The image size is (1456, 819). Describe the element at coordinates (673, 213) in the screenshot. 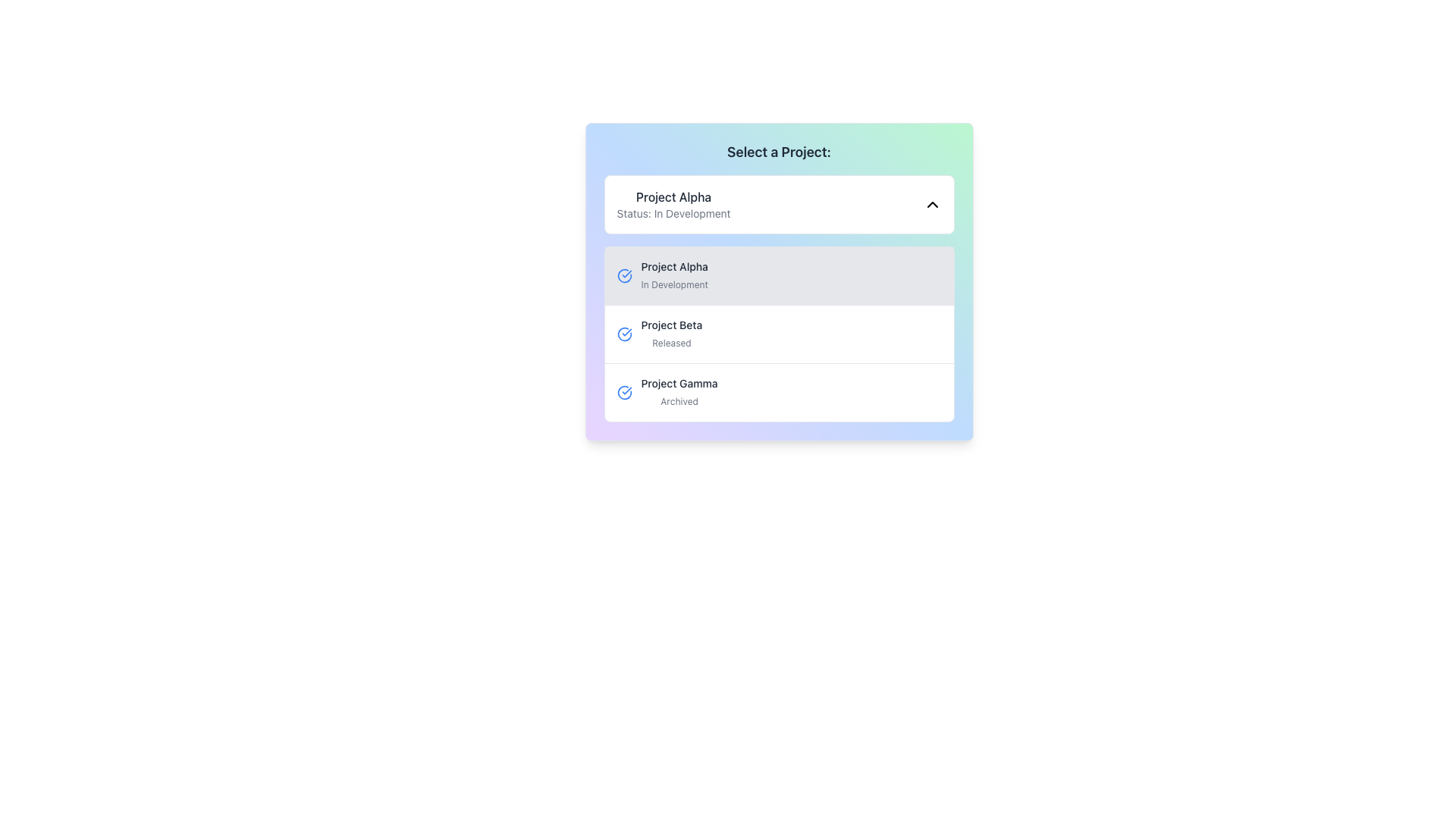

I see `text label displaying 'Status: In Development' located below the title 'Project Alpha' in the dropdown menu interface` at that location.